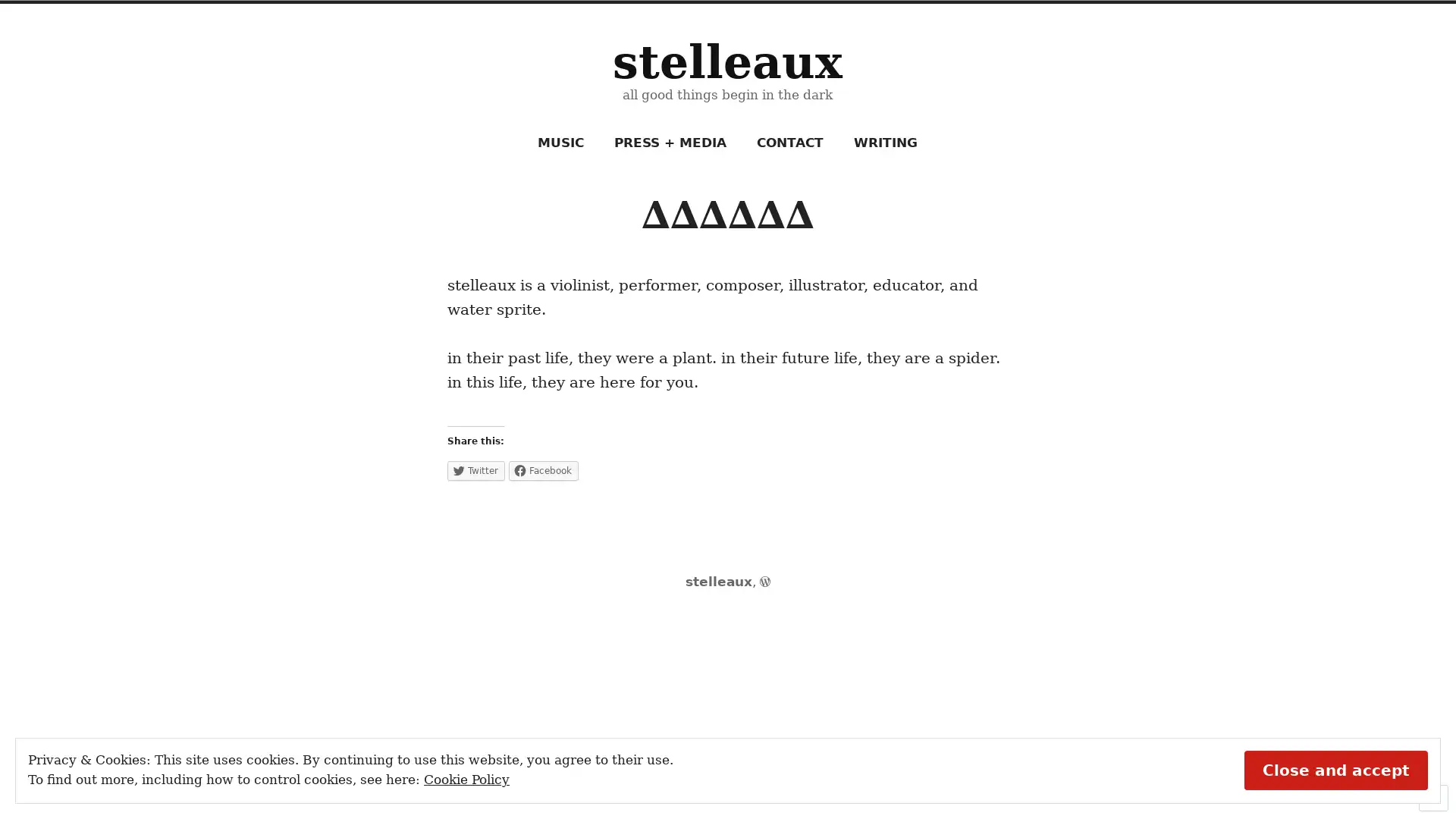  Describe the element at coordinates (1335, 769) in the screenshot. I see `Close and accept` at that location.